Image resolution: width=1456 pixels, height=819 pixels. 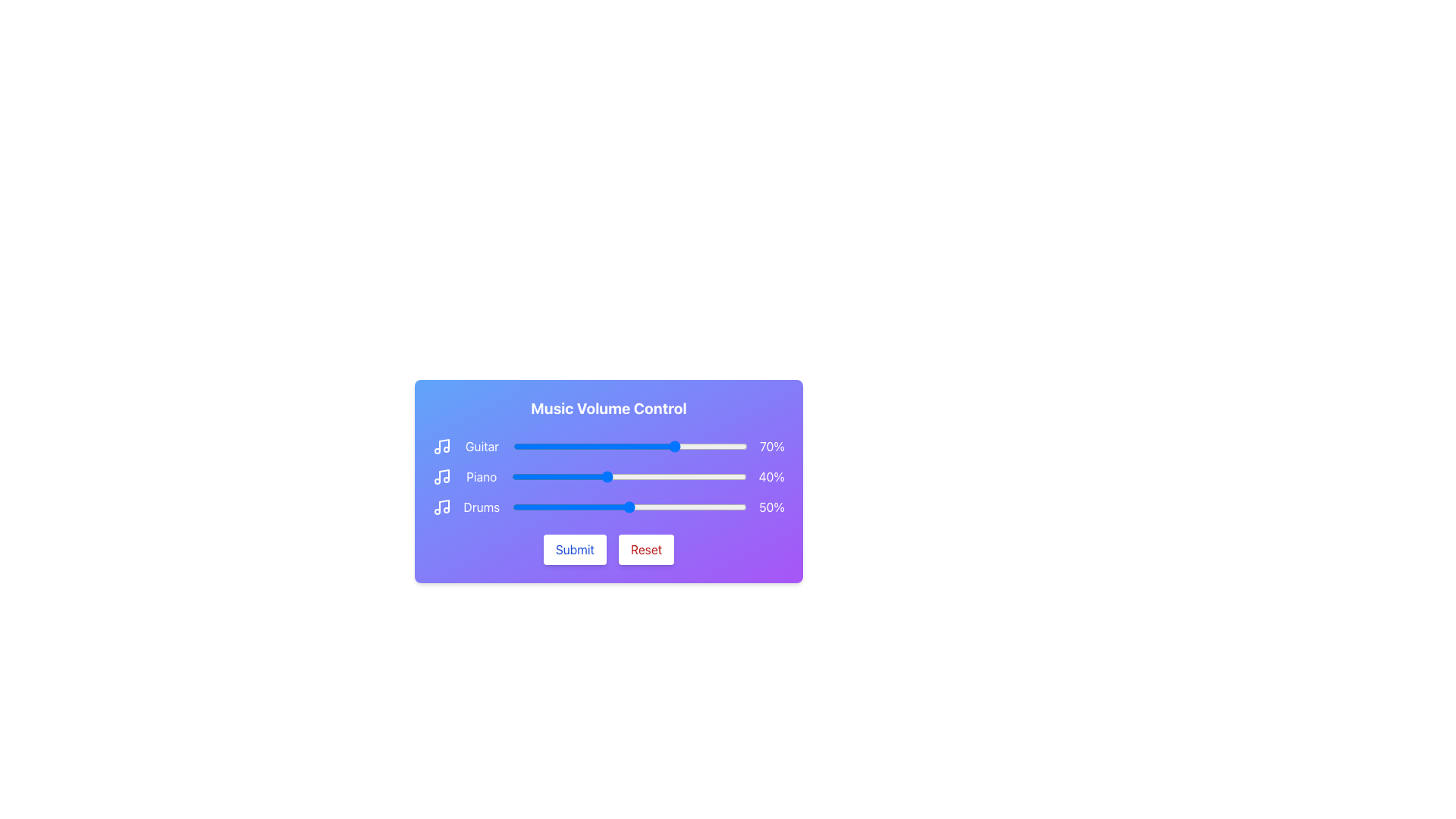 What do you see at coordinates (441, 446) in the screenshot?
I see `the music note icon located left of the 'Guitar' label, which is part of the volume controls for instruments` at bounding box center [441, 446].